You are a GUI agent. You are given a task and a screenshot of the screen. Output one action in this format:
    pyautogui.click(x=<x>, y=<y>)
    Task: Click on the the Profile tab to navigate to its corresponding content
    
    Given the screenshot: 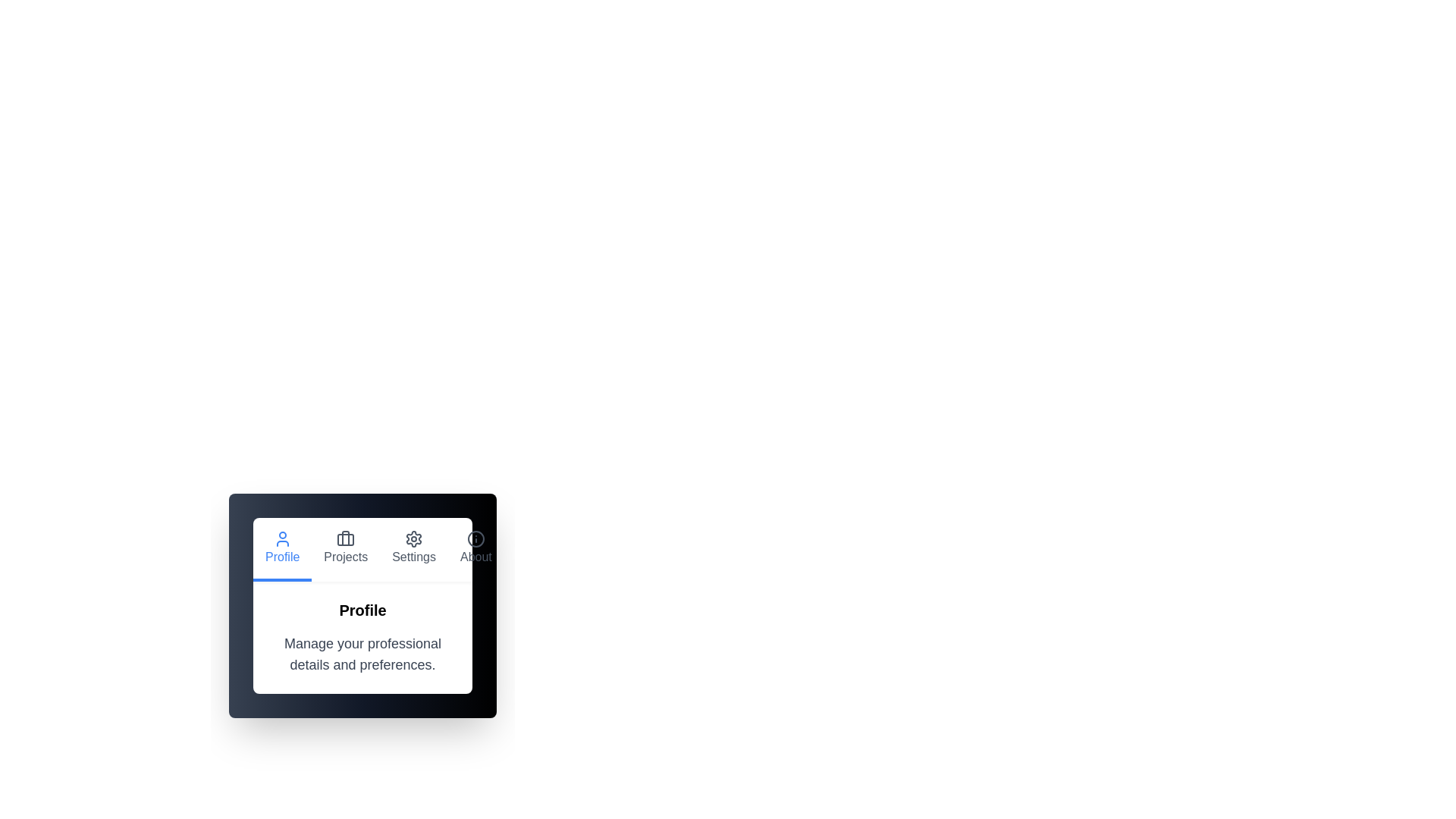 What is the action you would take?
    pyautogui.click(x=282, y=550)
    